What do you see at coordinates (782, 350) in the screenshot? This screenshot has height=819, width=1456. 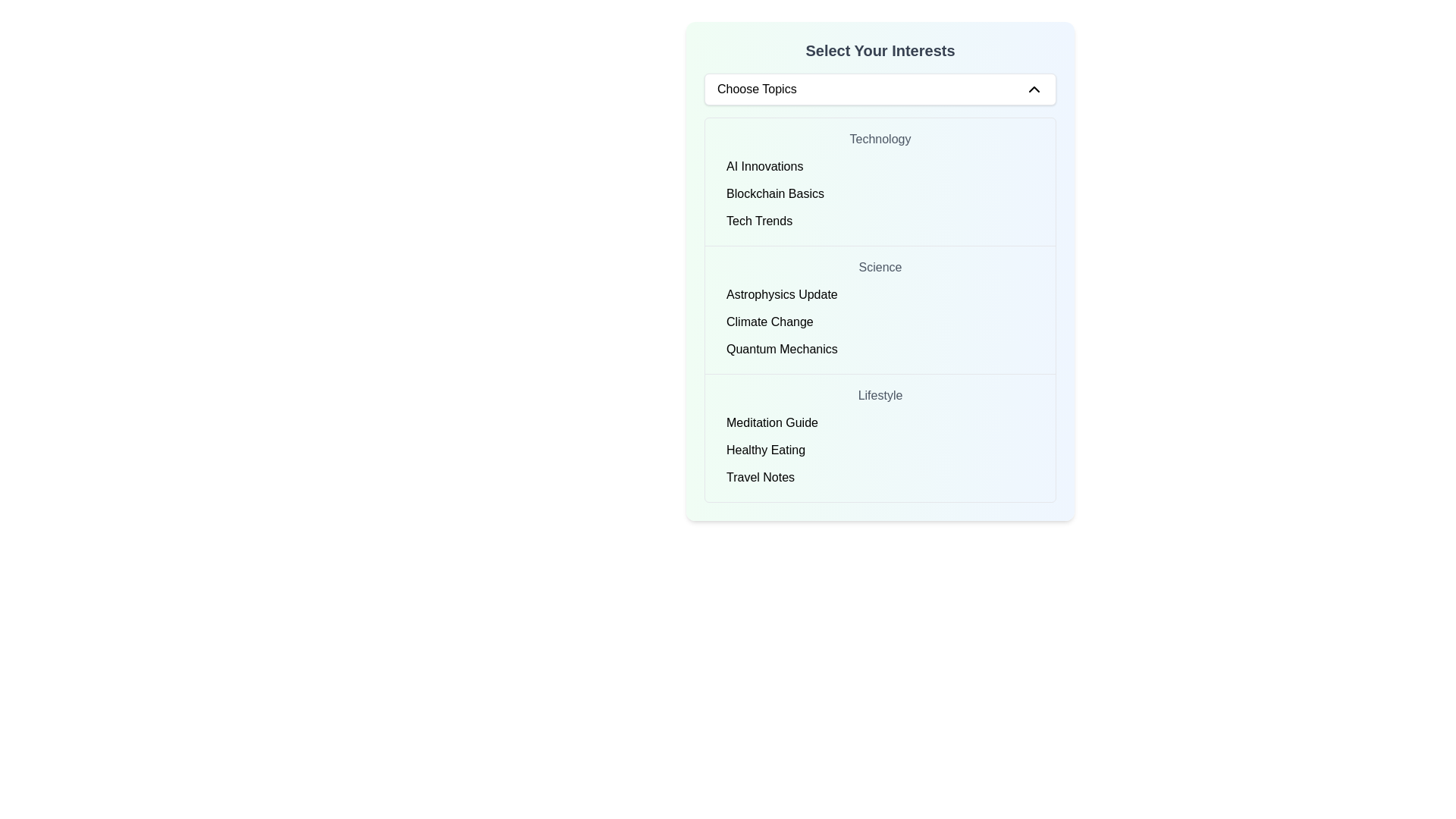 I see `the text label 'Quantum Mechanics' which is the last item in the 'Science' category of the list` at bounding box center [782, 350].